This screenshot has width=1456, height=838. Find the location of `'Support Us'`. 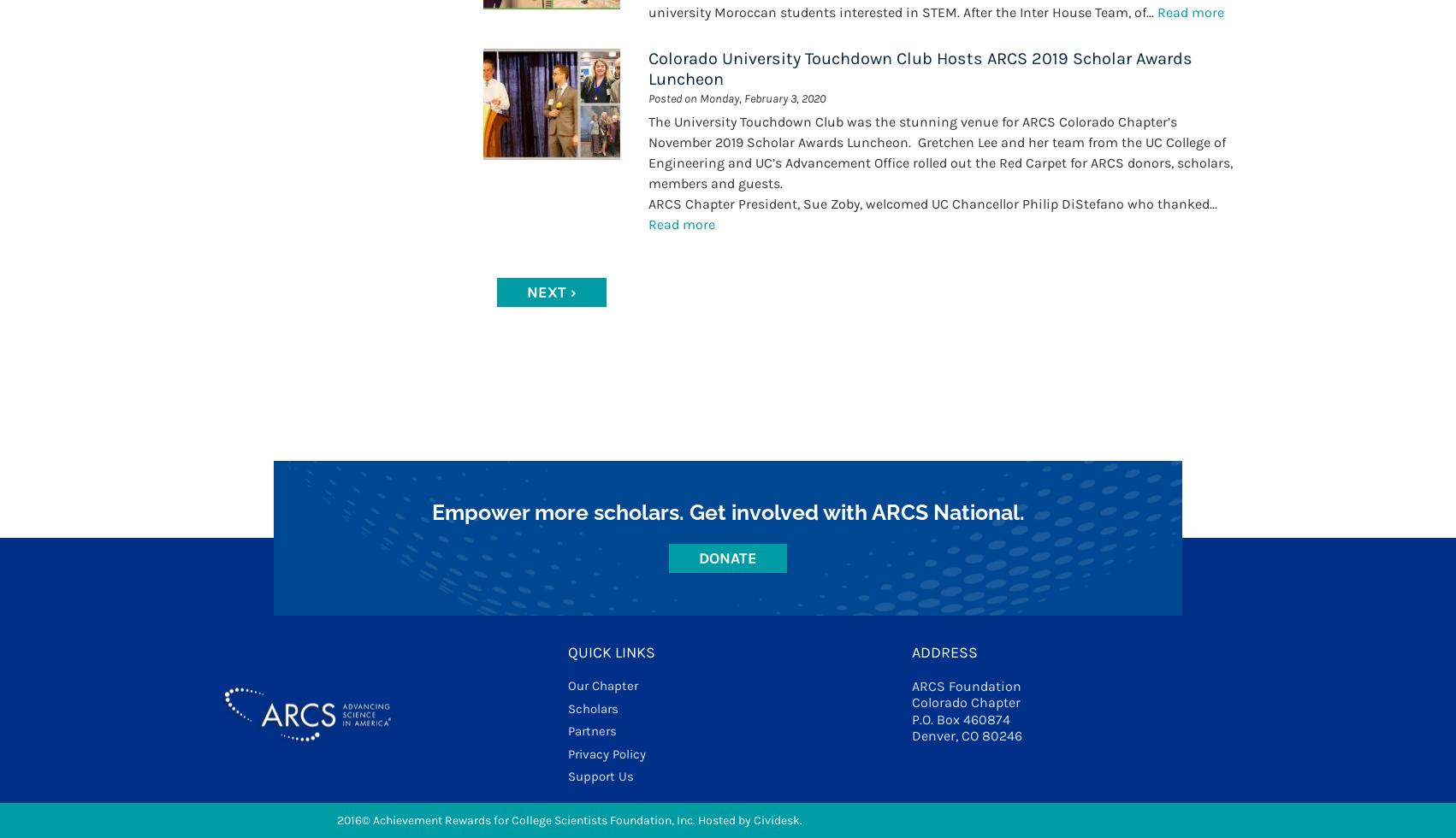

'Support Us' is located at coordinates (600, 776).